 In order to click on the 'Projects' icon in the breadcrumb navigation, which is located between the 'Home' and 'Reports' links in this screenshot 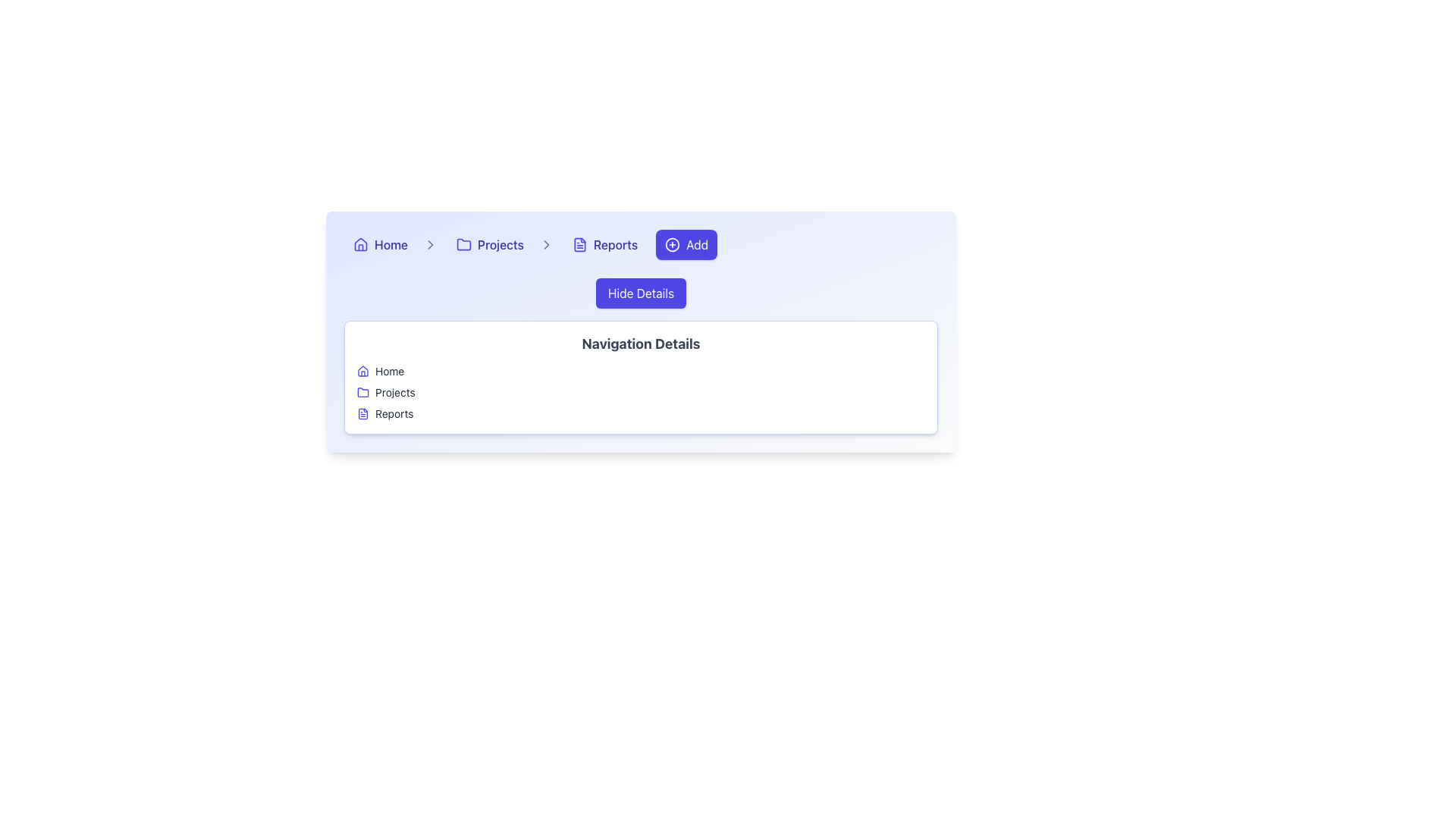, I will do `click(362, 391)`.